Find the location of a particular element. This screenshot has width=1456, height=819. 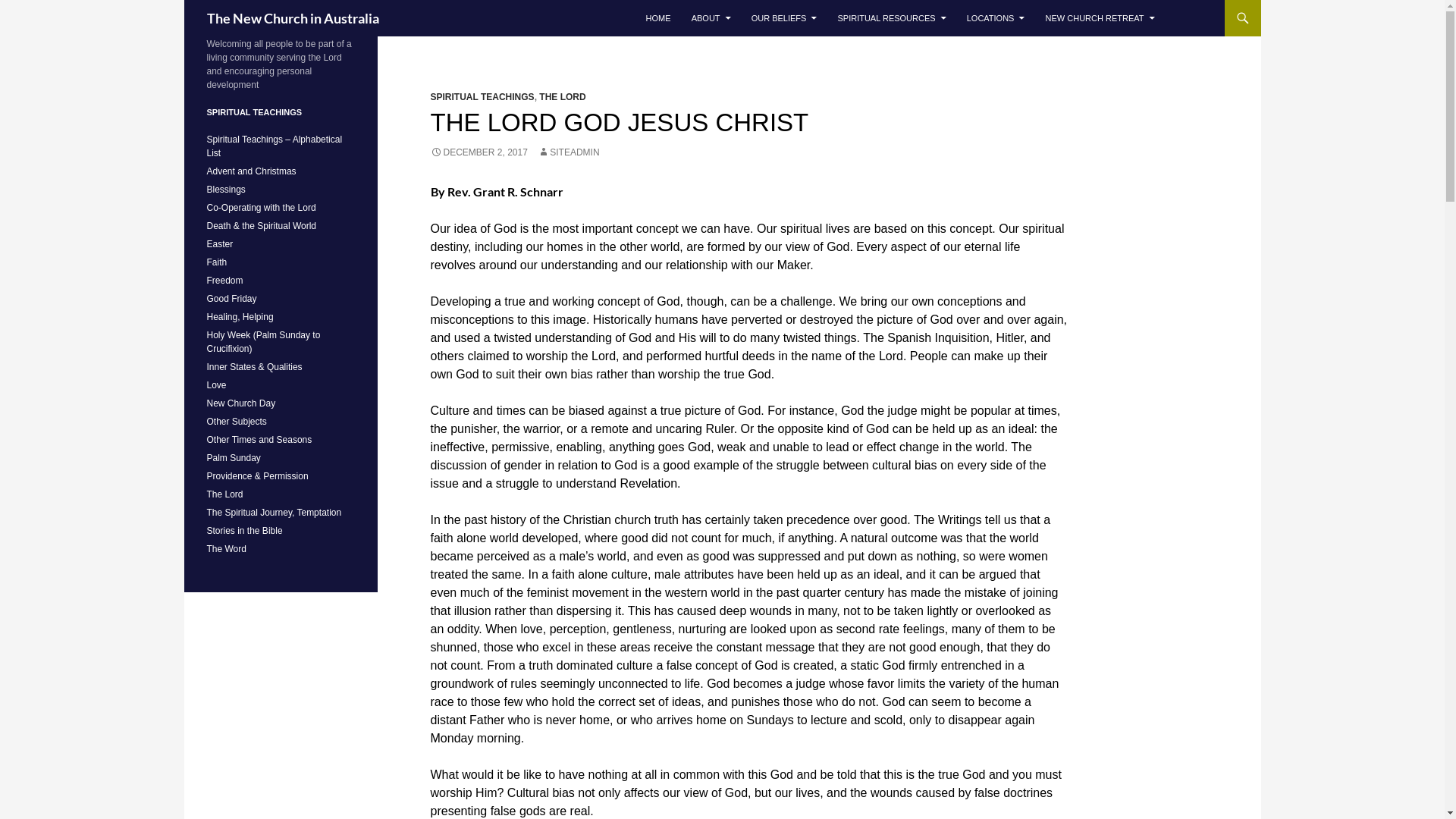

'Blessings' is located at coordinates (224, 189).